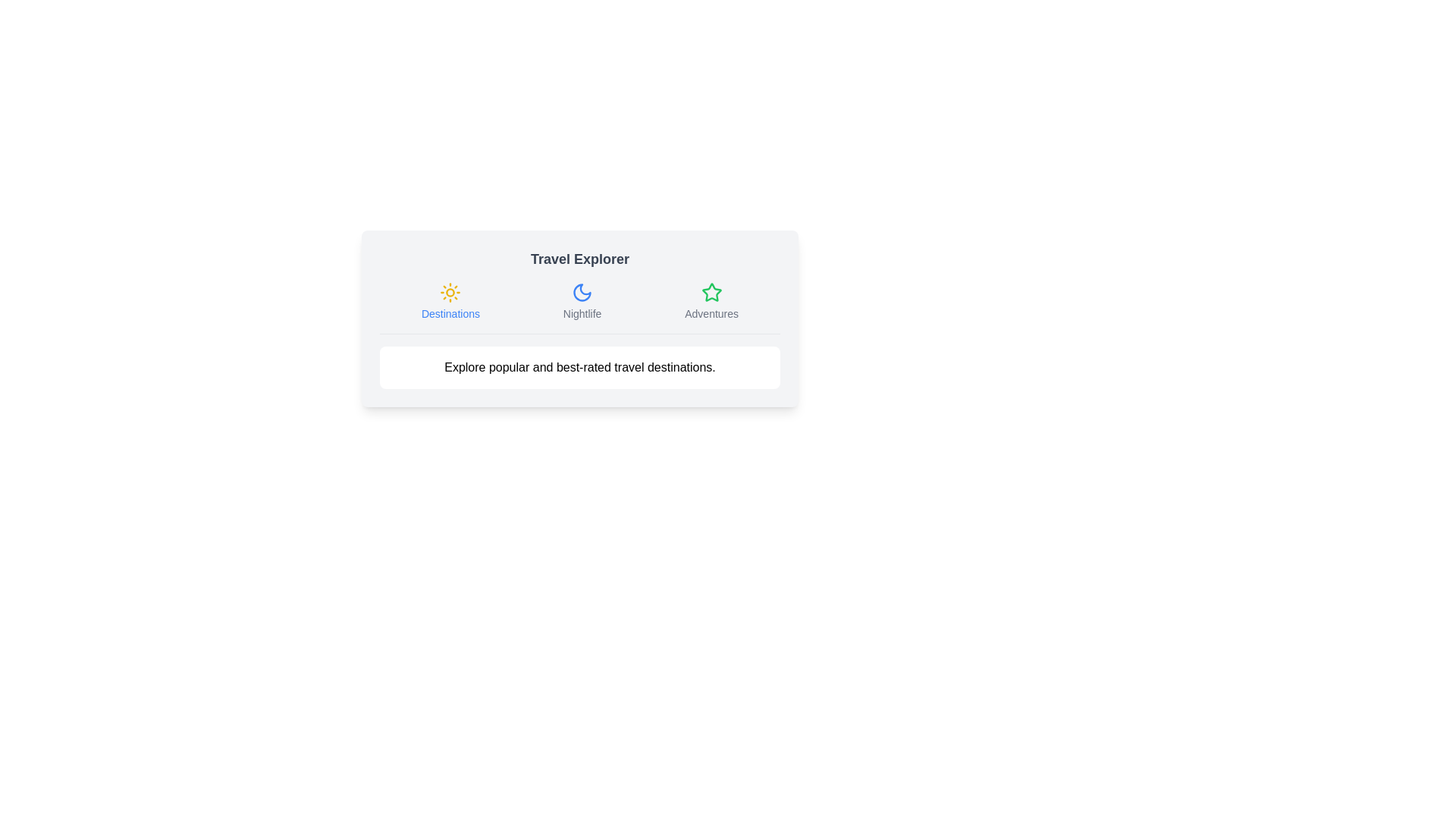 This screenshot has height=819, width=1456. Describe the element at coordinates (582, 301) in the screenshot. I see `the tab labeled Nightlife to inspect its icon and label` at that location.